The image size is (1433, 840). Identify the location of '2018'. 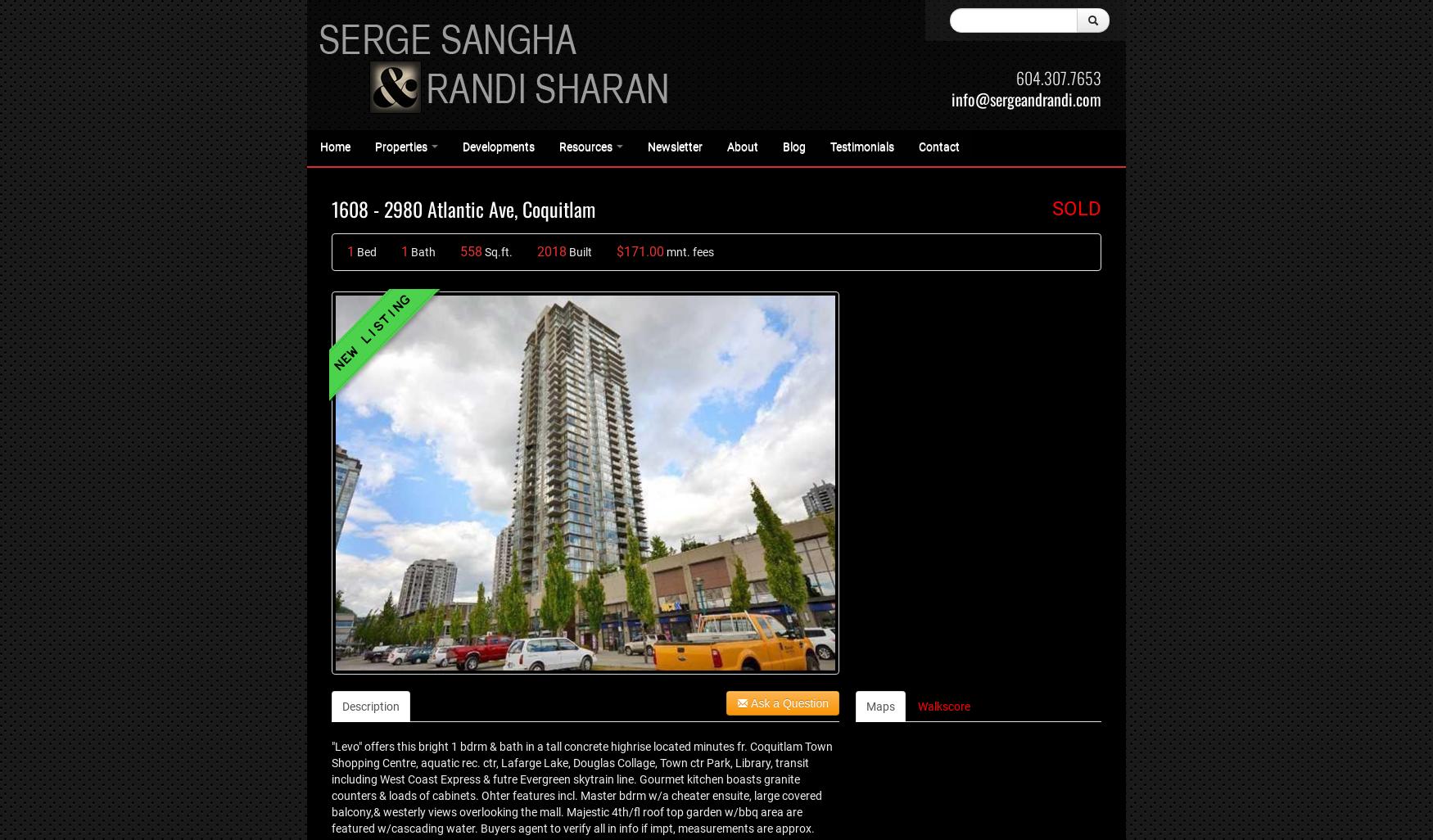
(550, 251).